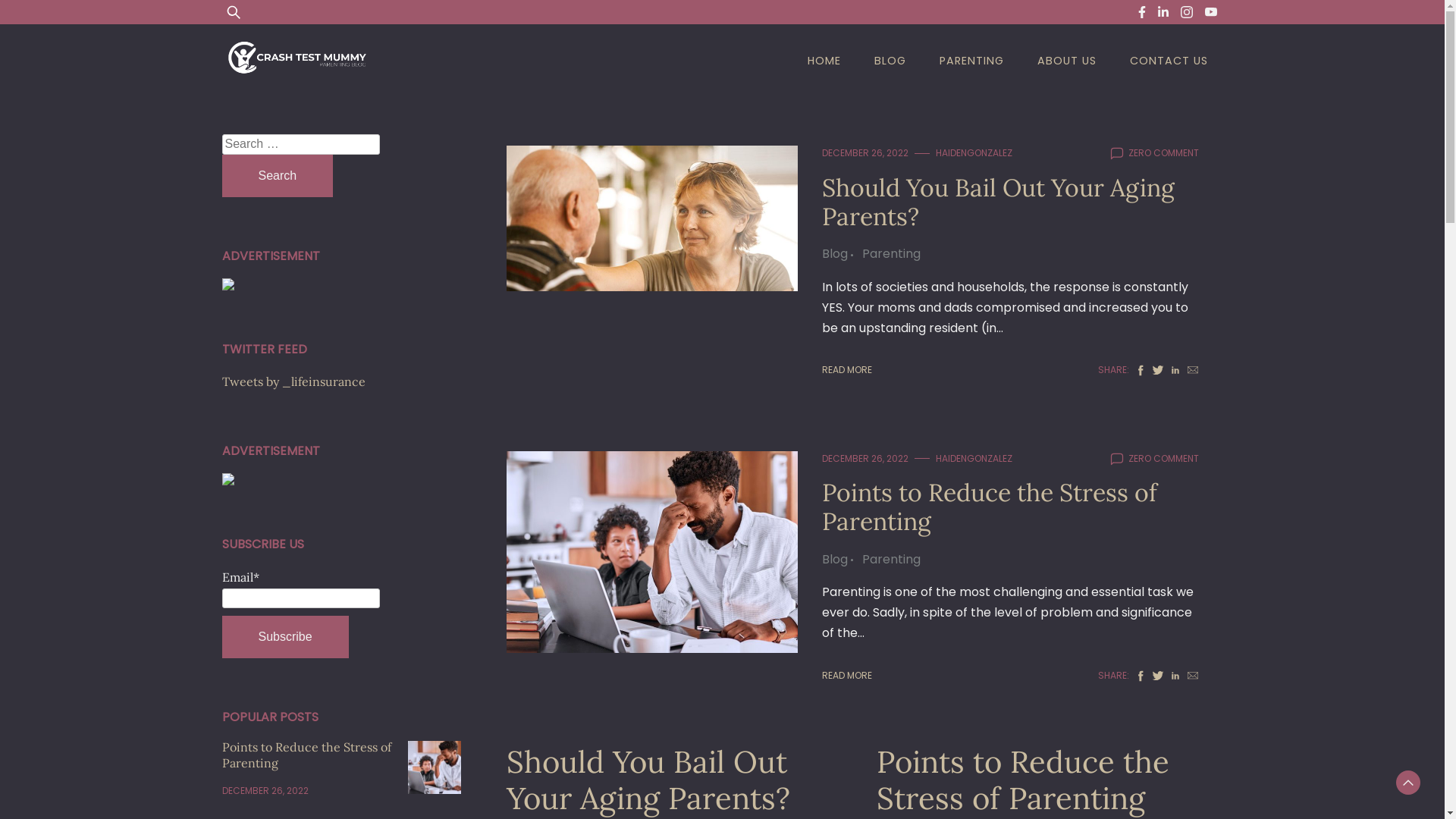 The width and height of the screenshot is (1456, 819). What do you see at coordinates (1065, 60) in the screenshot?
I see `'ABOUT US'` at bounding box center [1065, 60].